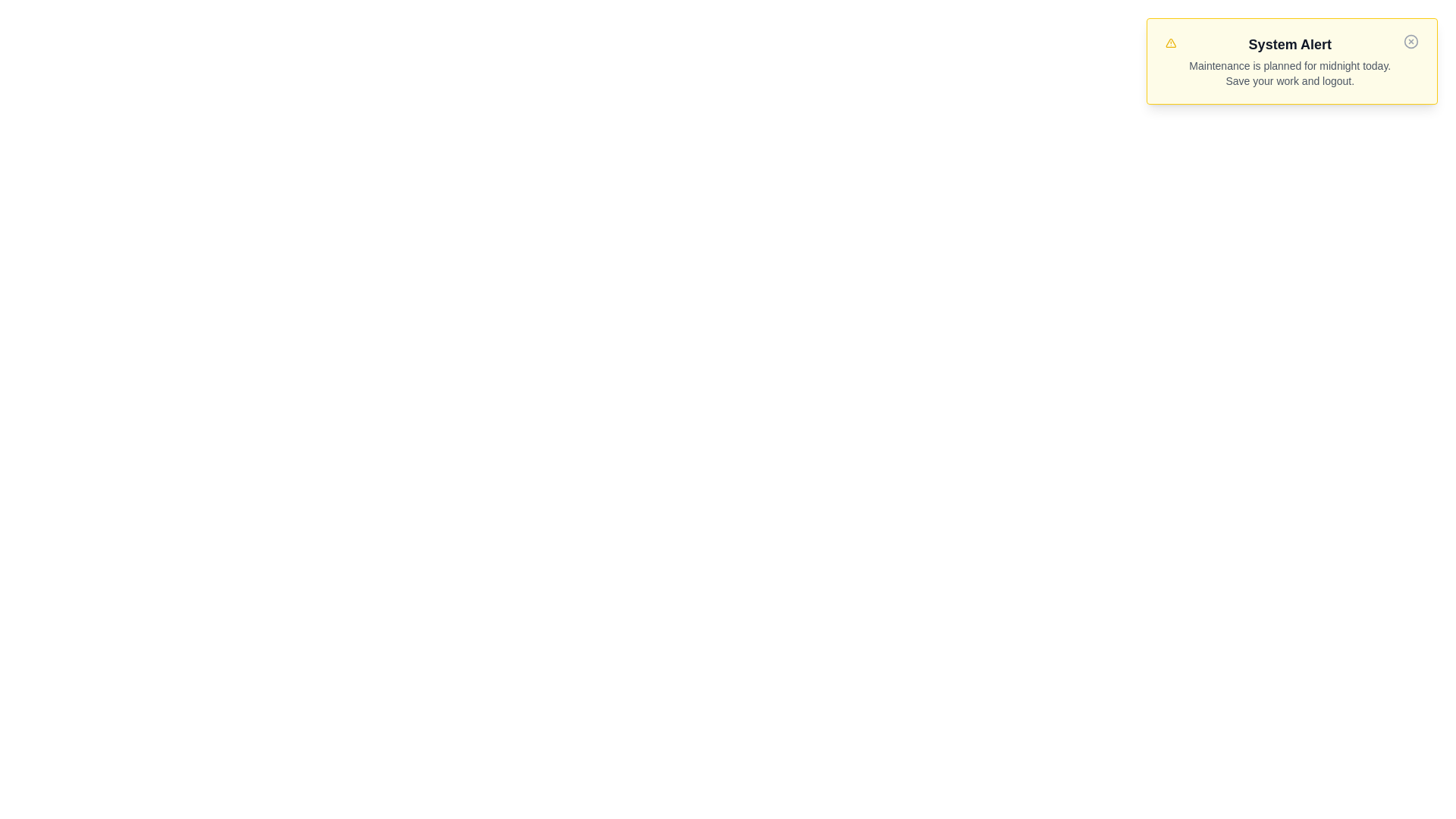 The height and width of the screenshot is (819, 1456). What do you see at coordinates (1410, 40) in the screenshot?
I see `the close button of the notification` at bounding box center [1410, 40].